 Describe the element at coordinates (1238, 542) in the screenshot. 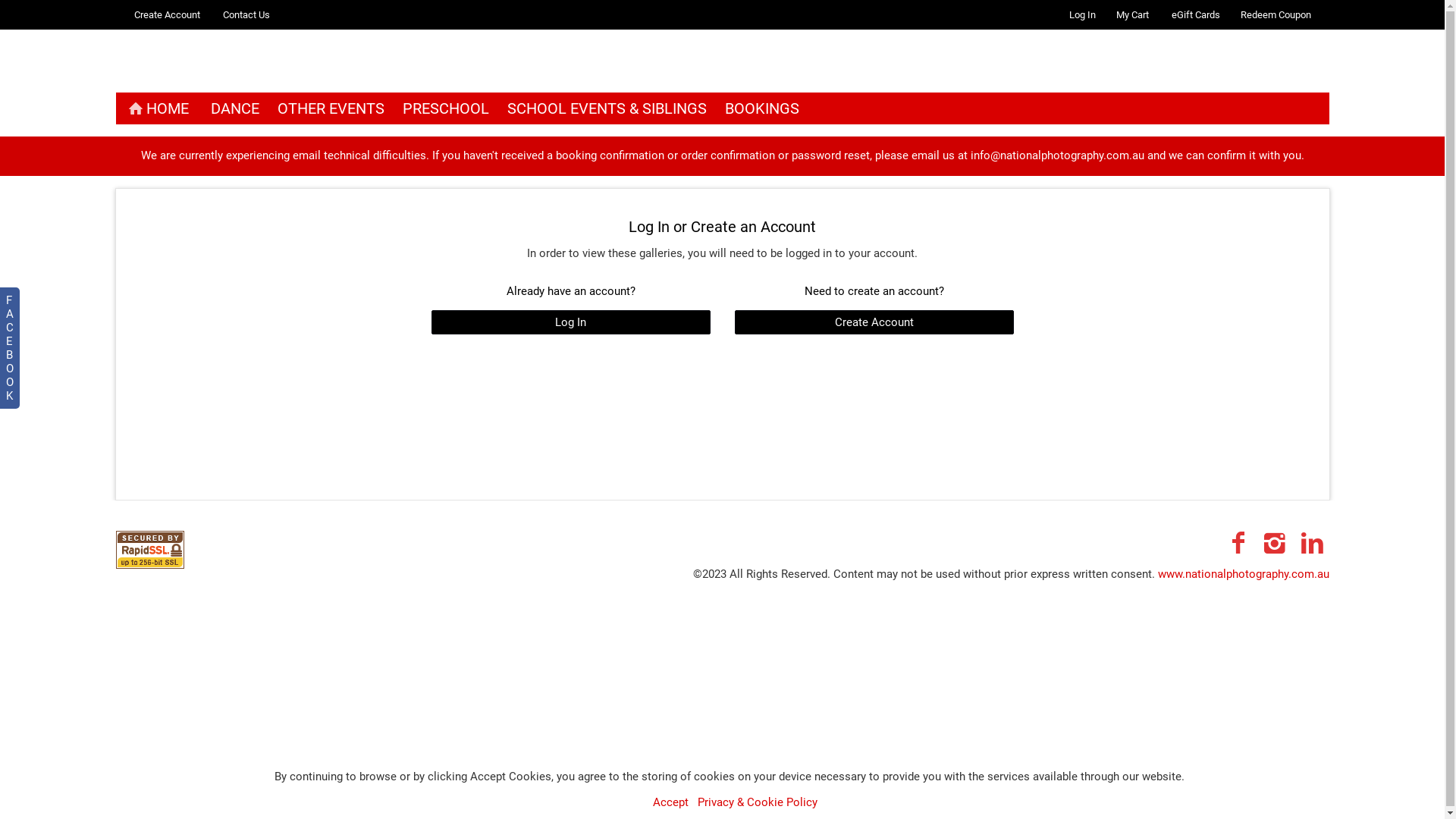

I see `'Facebook'` at that location.